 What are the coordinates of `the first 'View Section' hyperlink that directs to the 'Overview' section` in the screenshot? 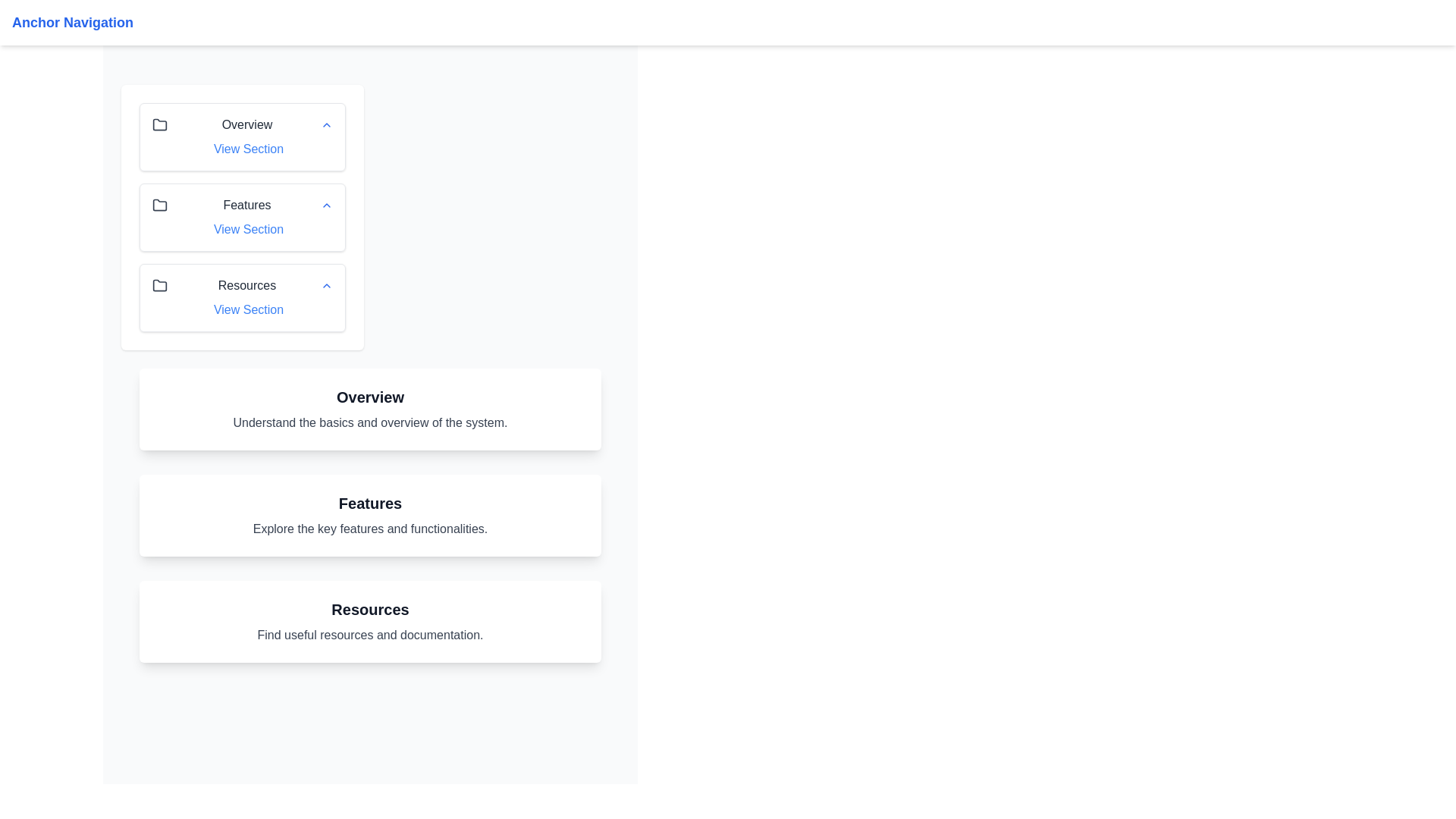 It's located at (248, 149).